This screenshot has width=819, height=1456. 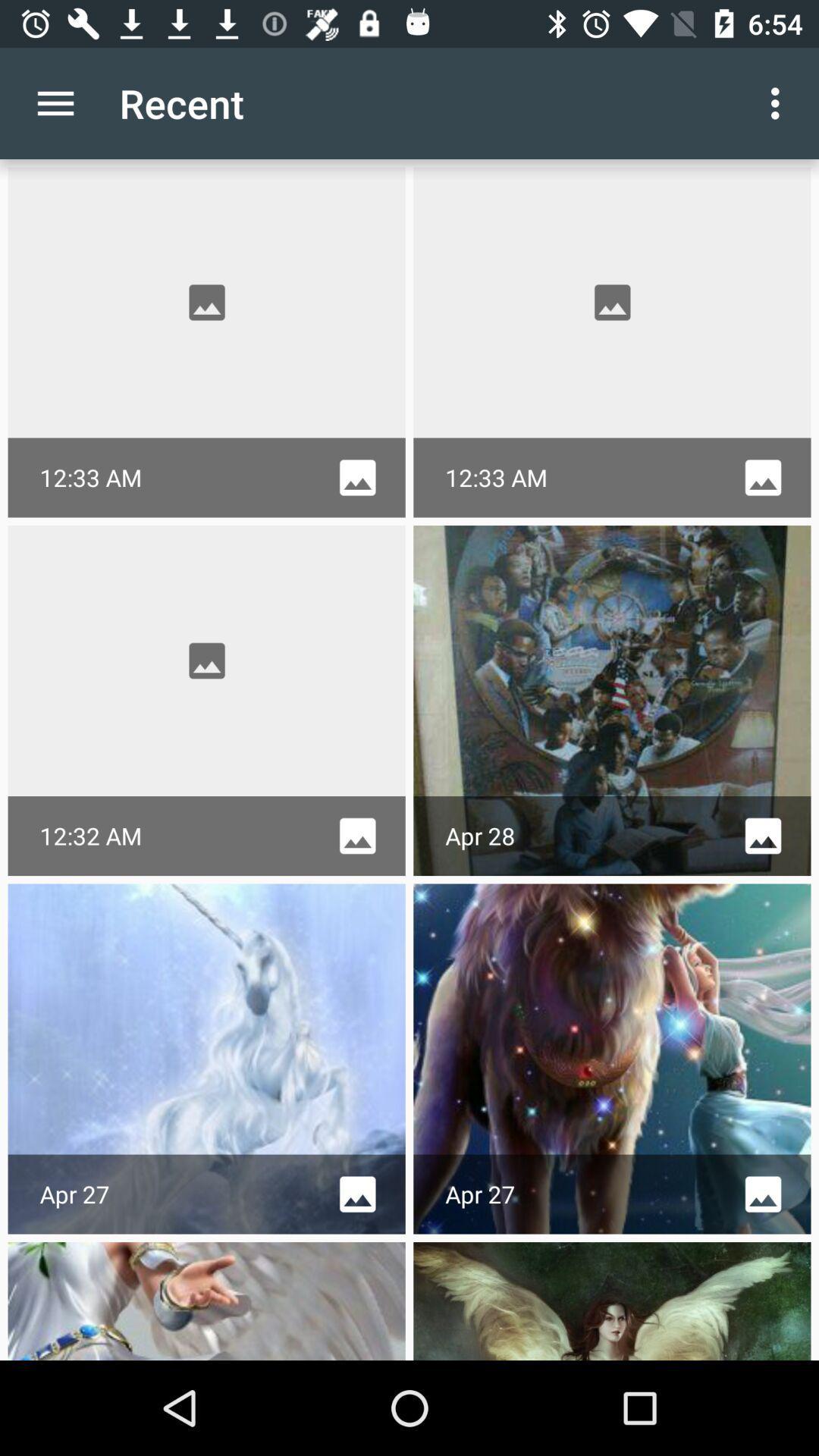 I want to click on the image icon below the first pic in first row, so click(x=357, y=477).